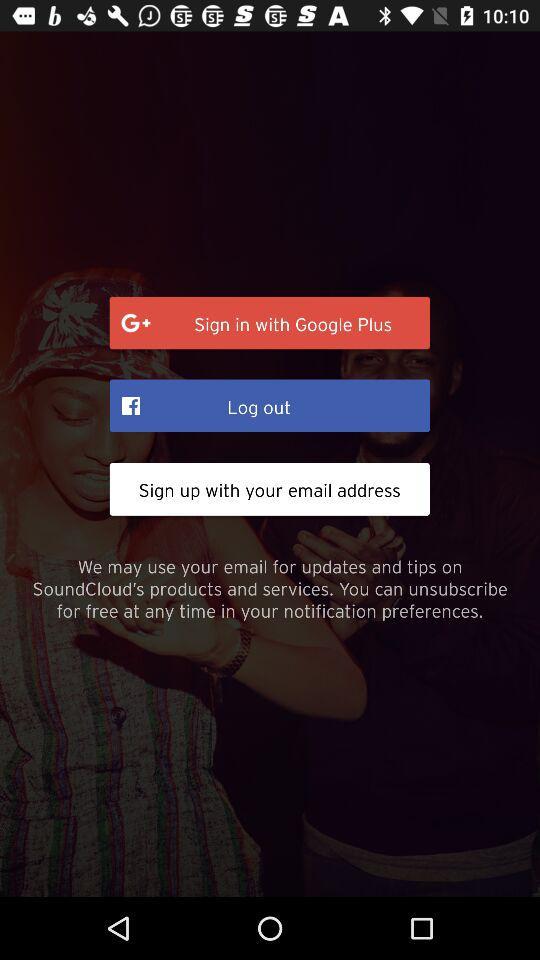  Describe the element at coordinates (270, 404) in the screenshot. I see `the icon above sign up with item` at that location.